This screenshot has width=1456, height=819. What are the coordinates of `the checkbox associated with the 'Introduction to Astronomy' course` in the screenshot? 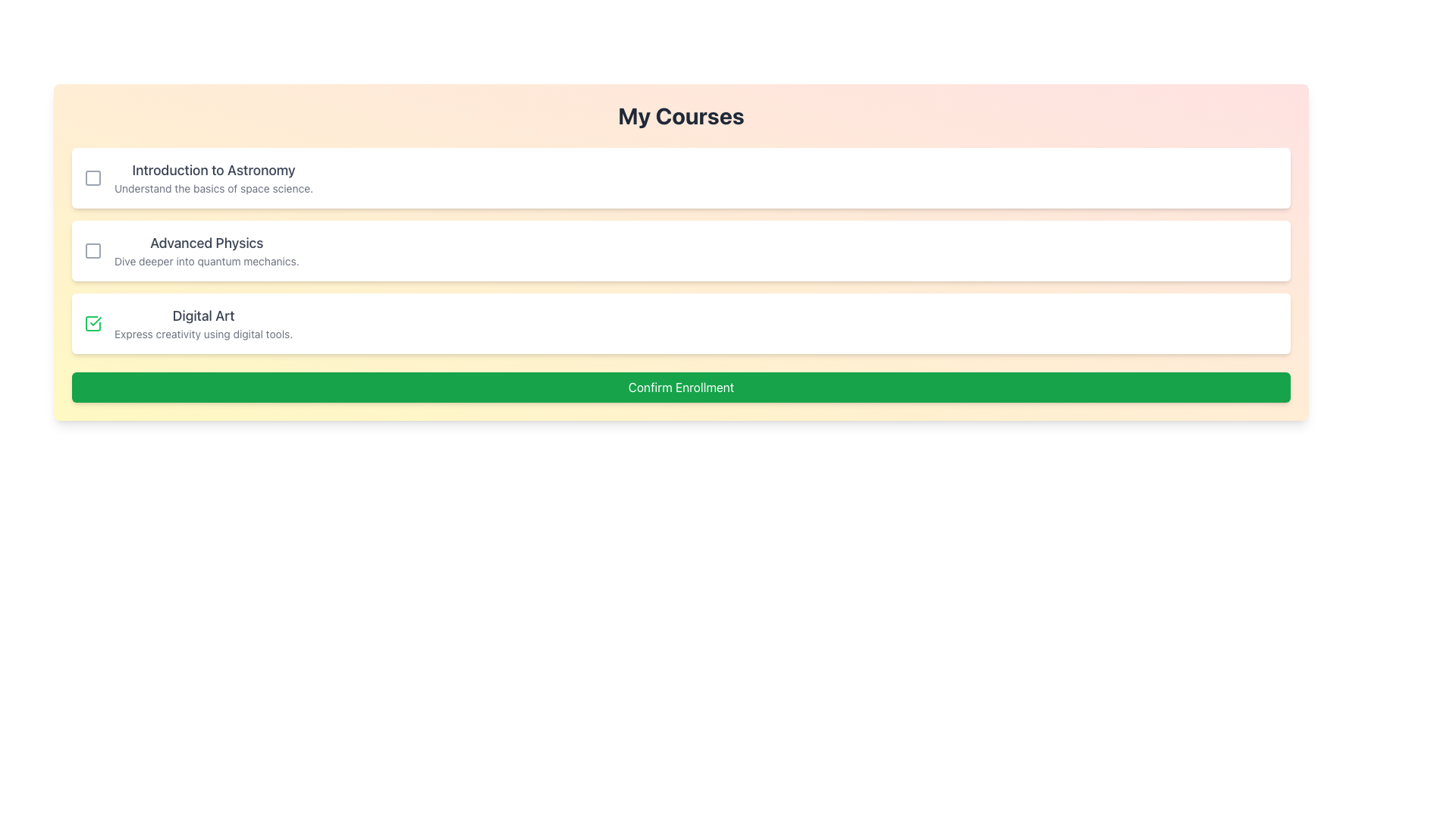 It's located at (93, 177).